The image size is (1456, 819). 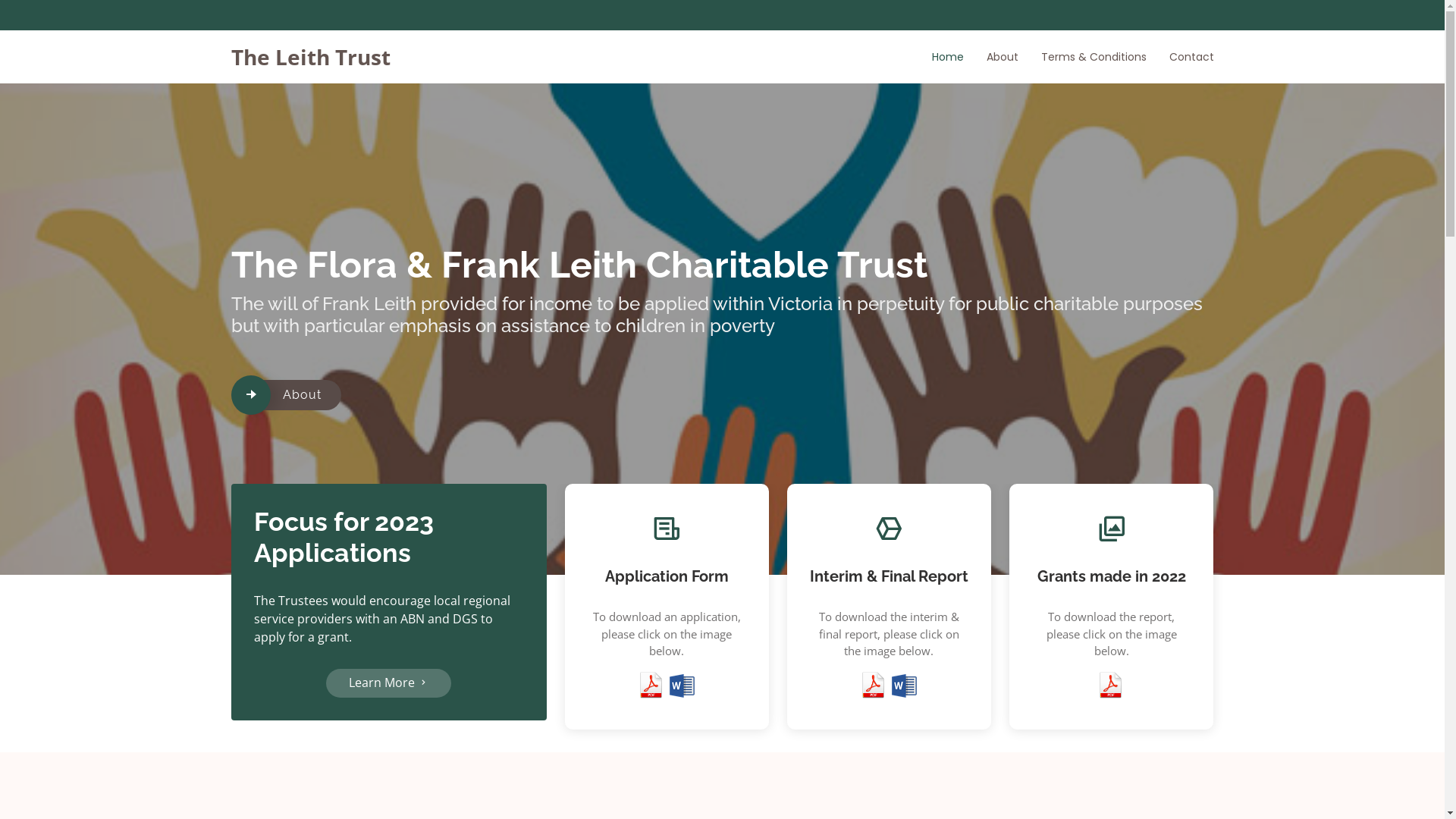 I want to click on 'Contact', so click(x=1179, y=55).